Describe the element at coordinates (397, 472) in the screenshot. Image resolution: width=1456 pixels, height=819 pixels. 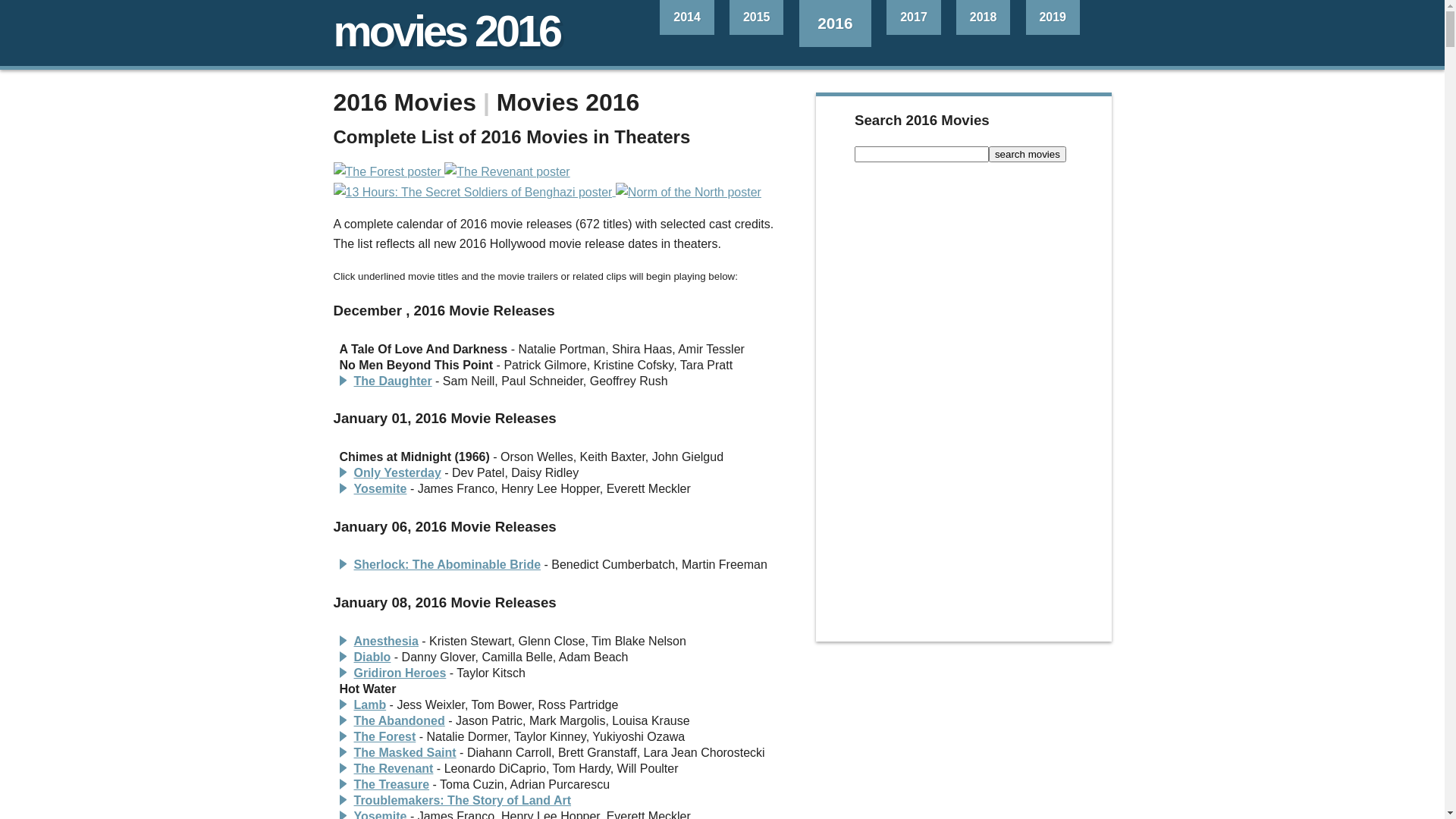
I see `'Only Yesterday'` at that location.